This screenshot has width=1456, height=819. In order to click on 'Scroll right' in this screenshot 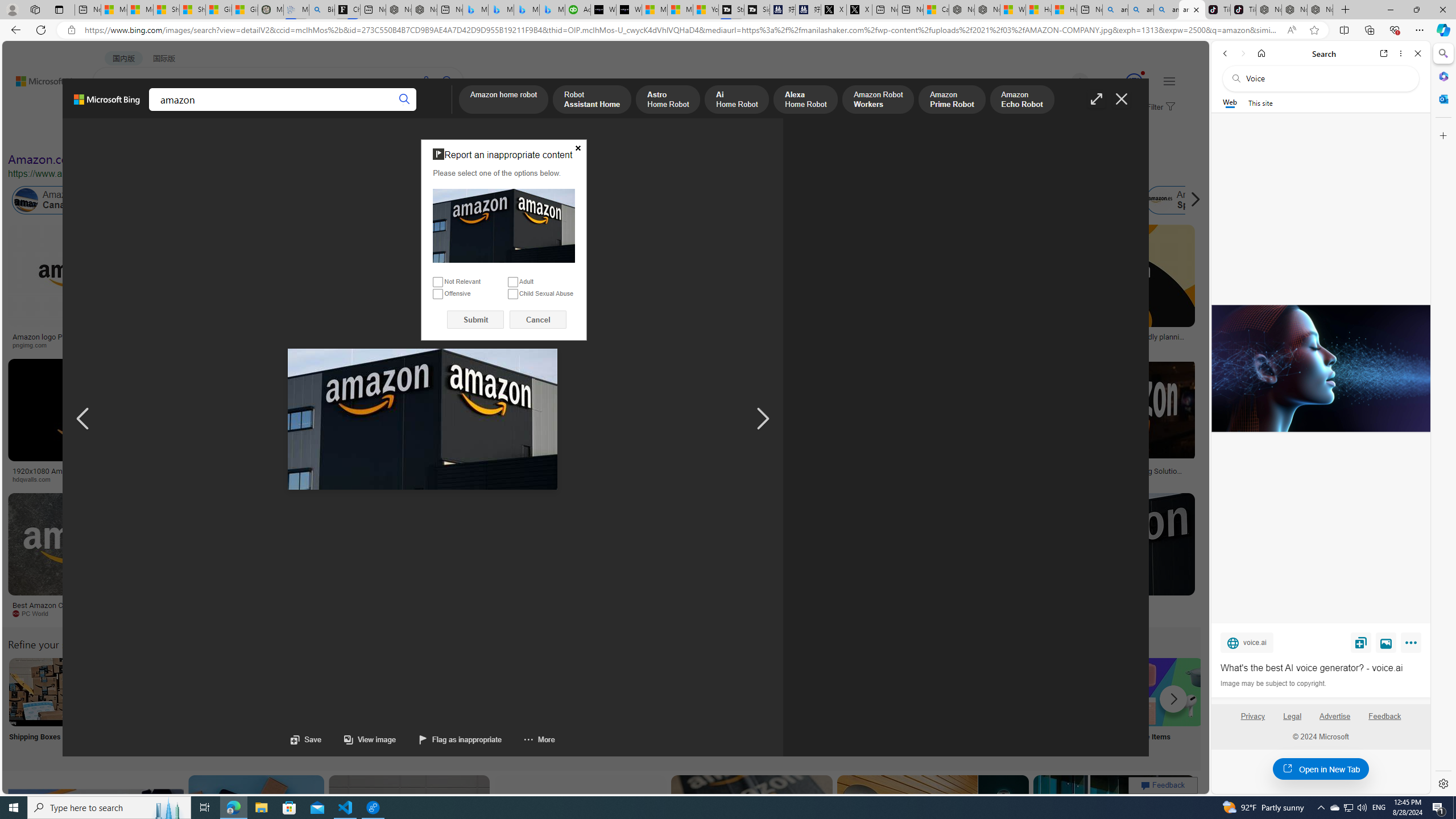, I will do `click(1192, 200)`.